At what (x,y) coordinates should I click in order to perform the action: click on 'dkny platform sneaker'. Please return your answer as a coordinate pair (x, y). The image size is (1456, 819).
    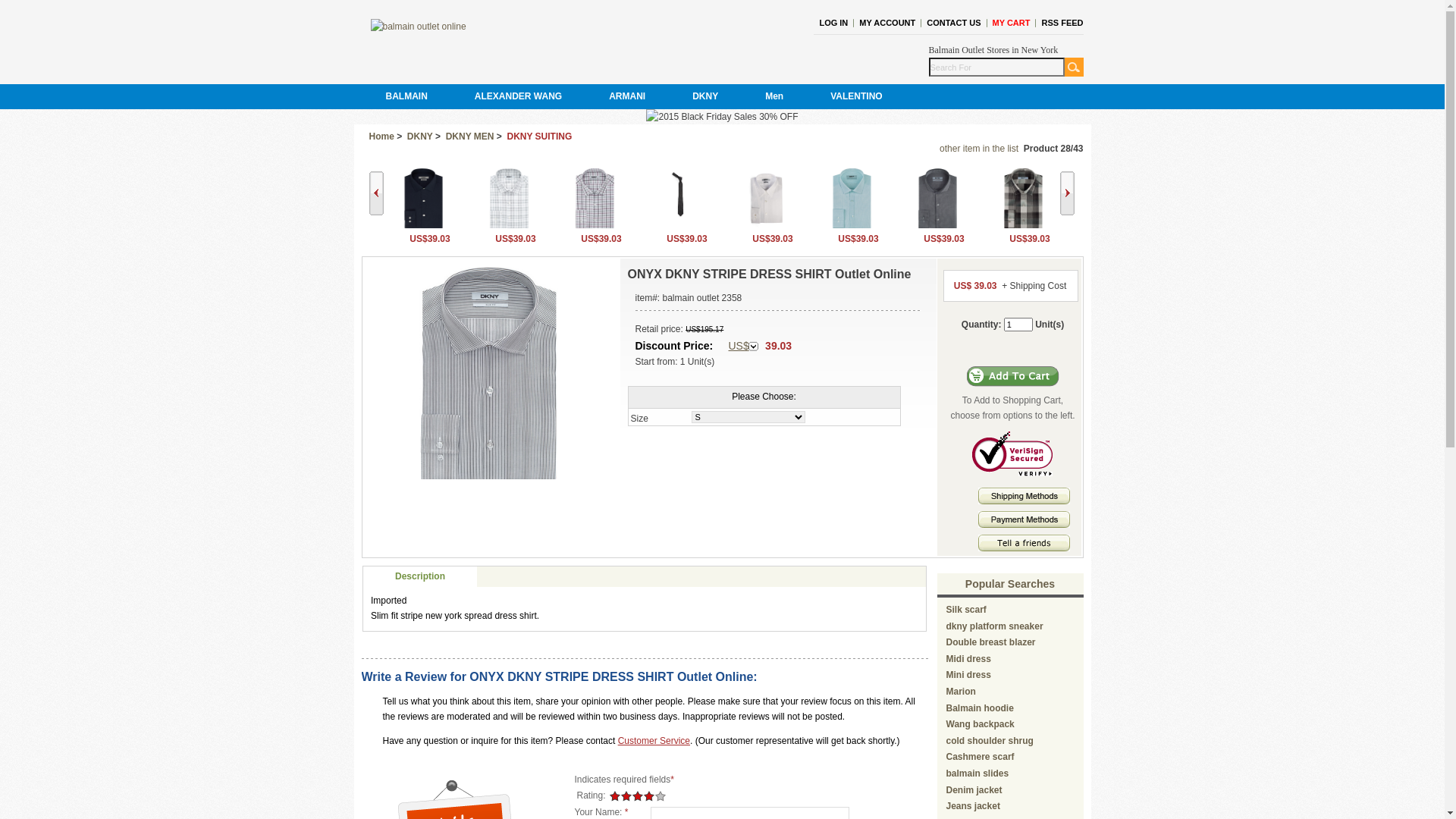
    Looking at the image, I should click on (946, 626).